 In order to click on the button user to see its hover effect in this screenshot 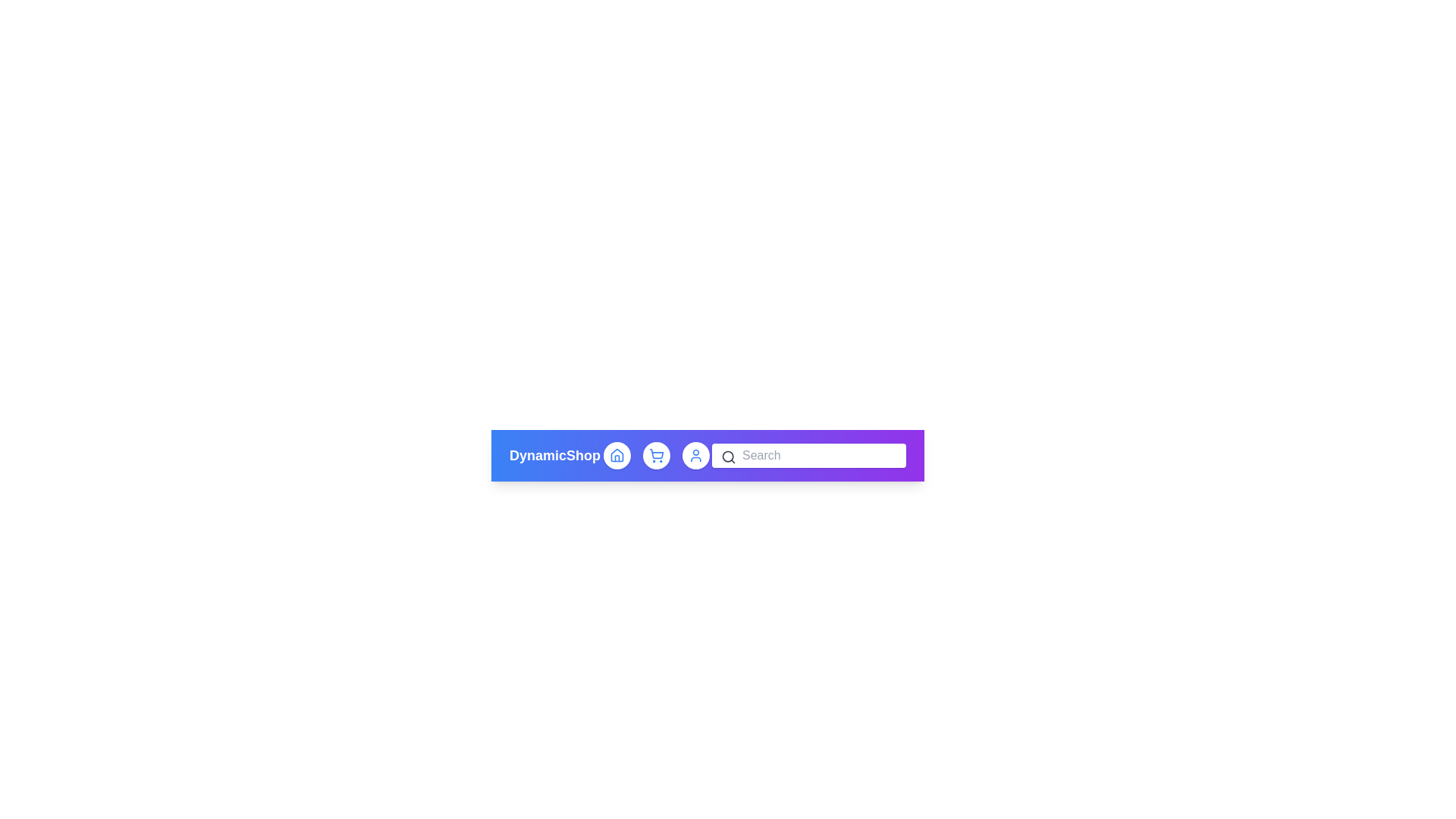, I will do `click(695, 455)`.